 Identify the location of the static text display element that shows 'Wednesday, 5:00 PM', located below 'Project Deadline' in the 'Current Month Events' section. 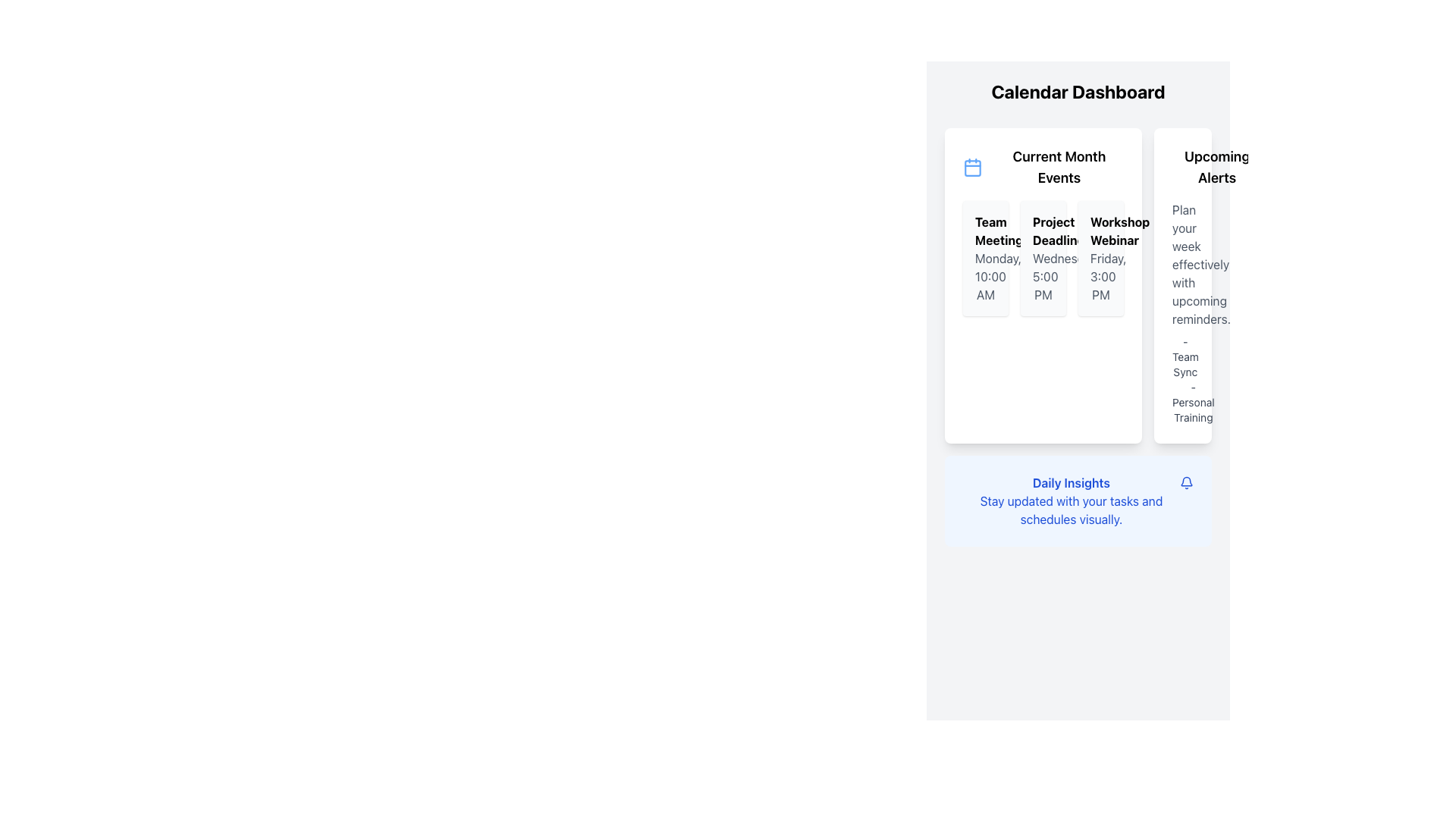
(1043, 277).